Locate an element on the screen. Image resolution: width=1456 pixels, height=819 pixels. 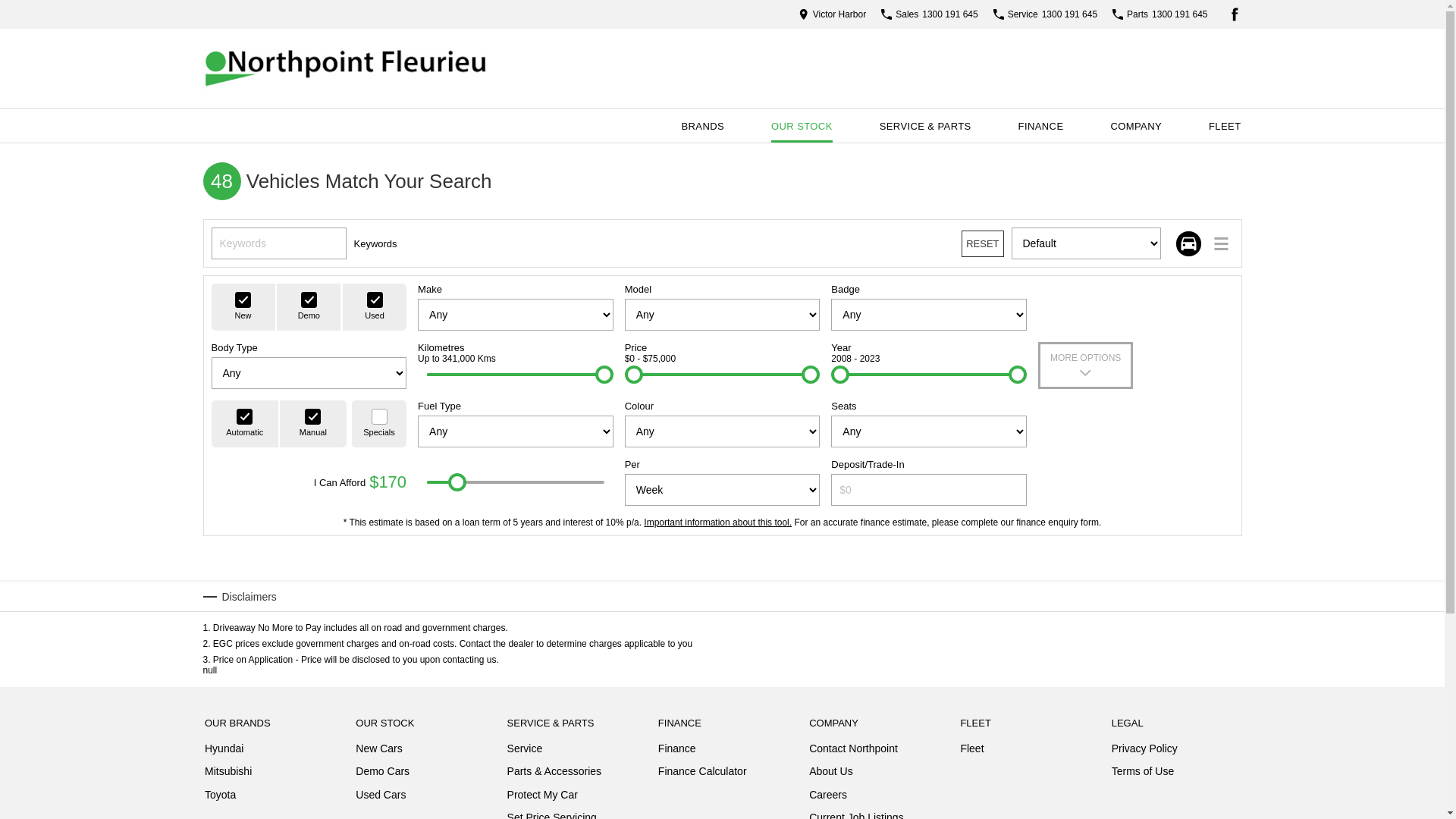
'Finance Calculator' is located at coordinates (658, 771).